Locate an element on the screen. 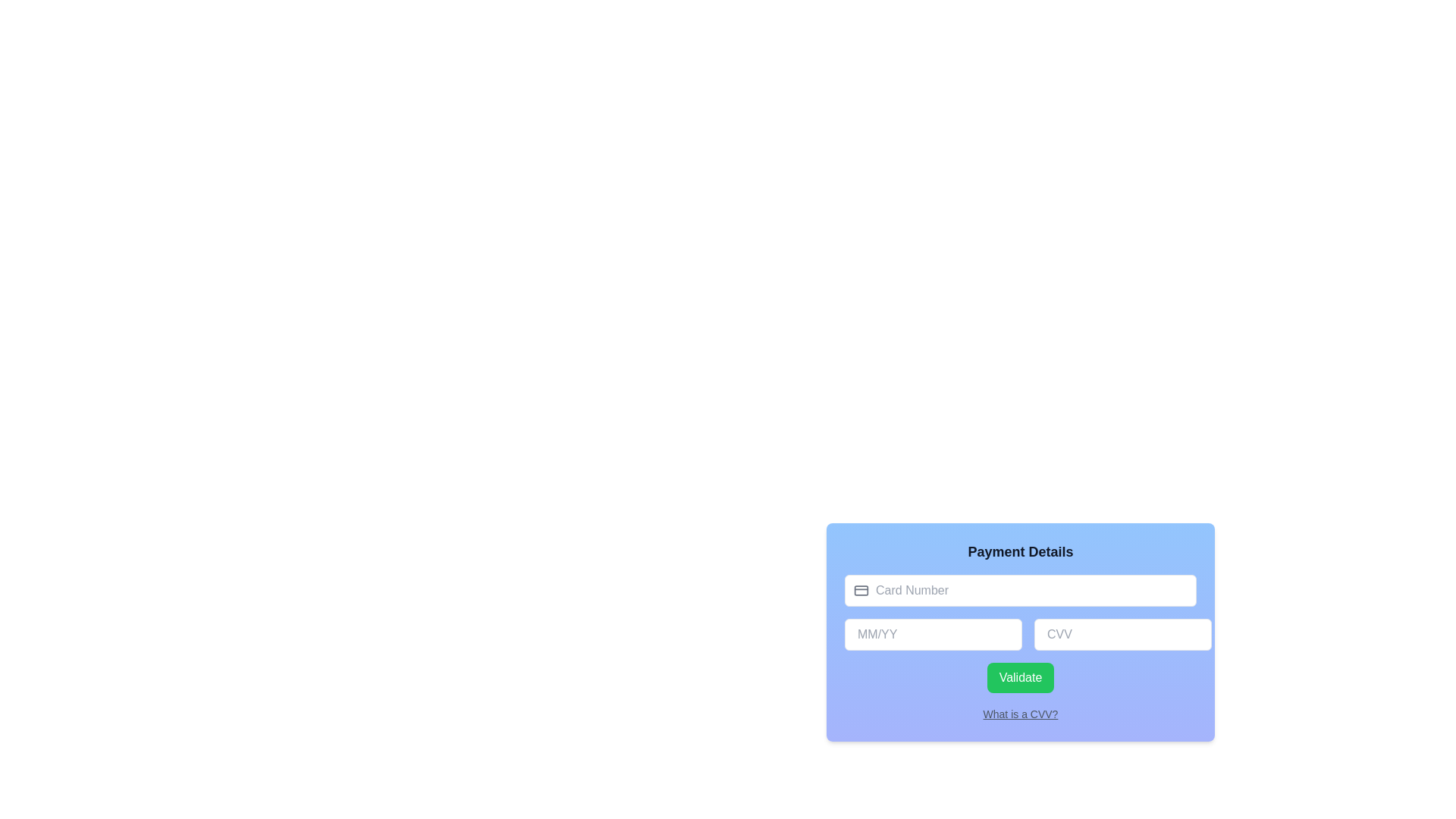 Image resolution: width=1456 pixels, height=819 pixels. the CVV input field in the payment section to focus on it is located at coordinates (1020, 632).